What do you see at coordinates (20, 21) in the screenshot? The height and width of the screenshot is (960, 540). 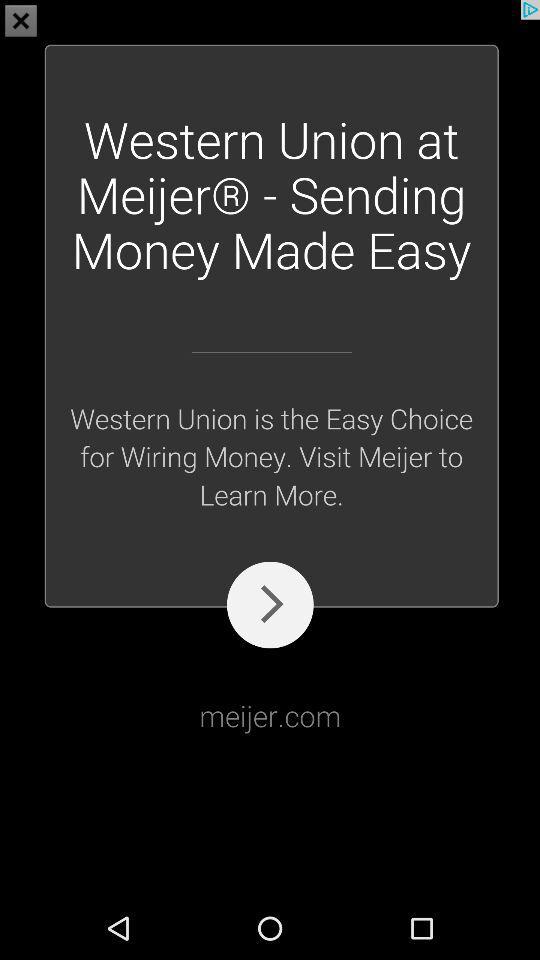 I see `the close icon` at bounding box center [20, 21].